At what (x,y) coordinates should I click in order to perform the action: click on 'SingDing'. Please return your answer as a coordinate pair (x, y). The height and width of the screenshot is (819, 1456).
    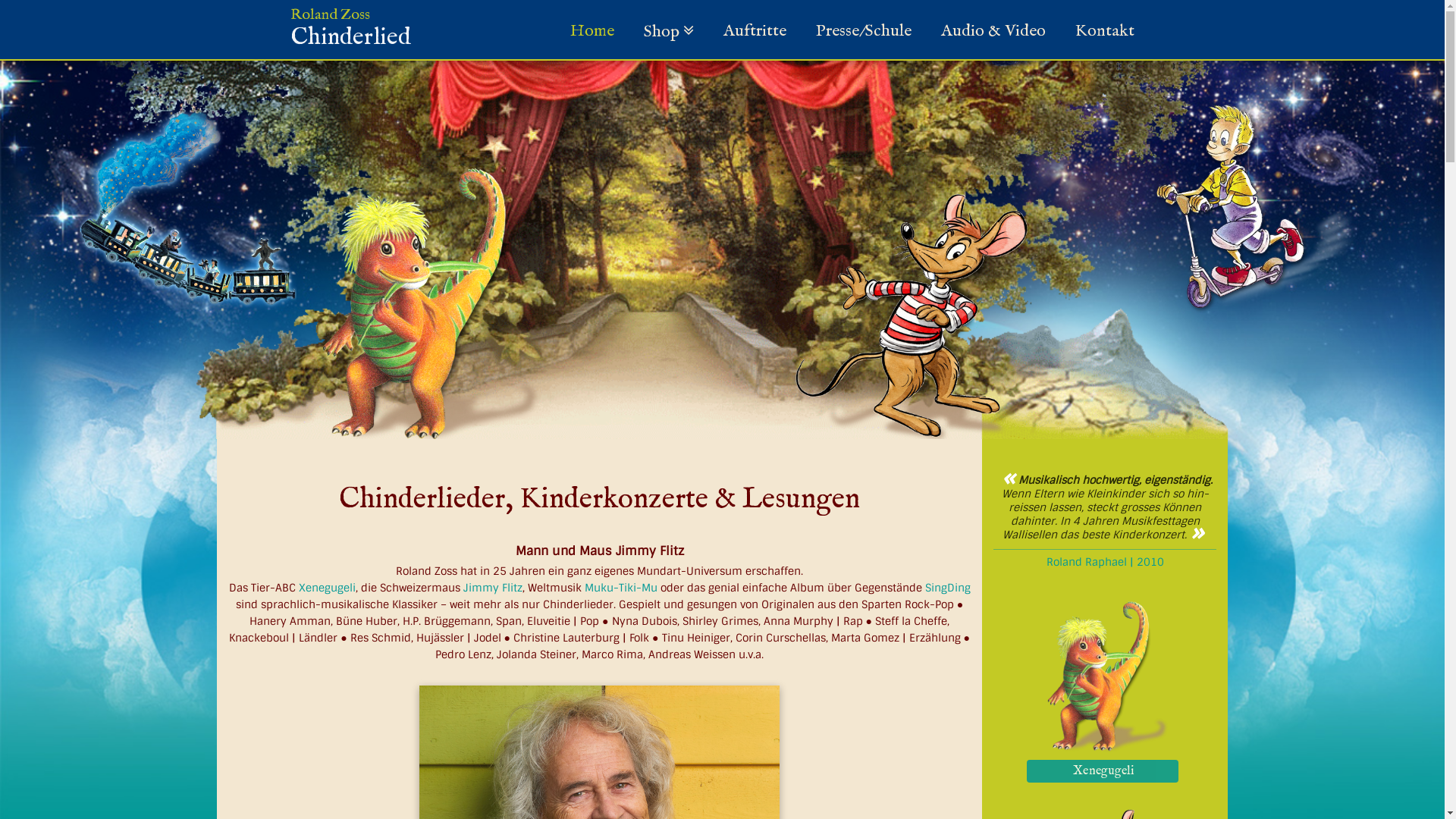
    Looking at the image, I should click on (946, 587).